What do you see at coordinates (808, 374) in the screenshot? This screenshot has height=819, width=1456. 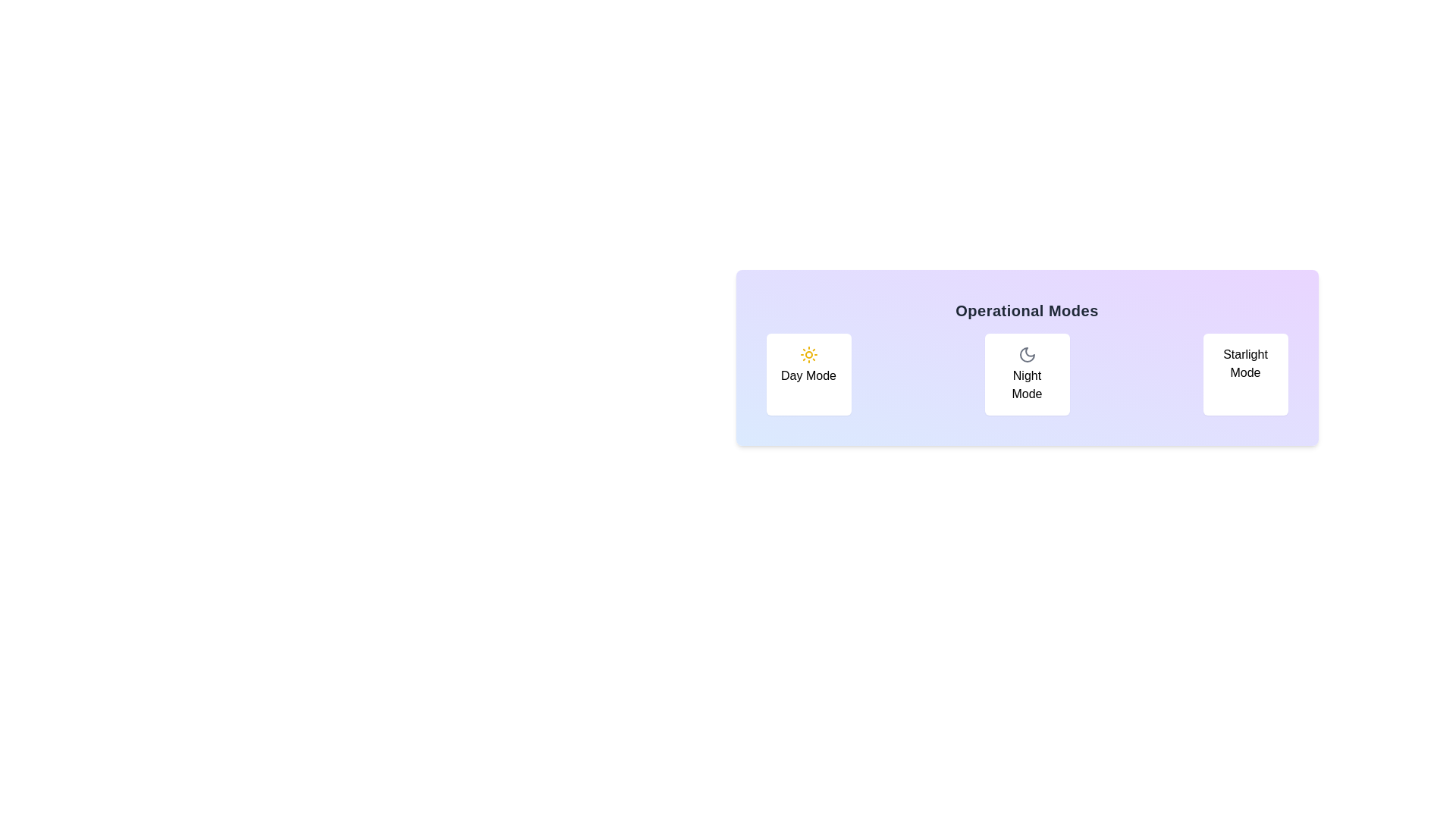 I see `the button corresponding to Day Mode mode` at bounding box center [808, 374].